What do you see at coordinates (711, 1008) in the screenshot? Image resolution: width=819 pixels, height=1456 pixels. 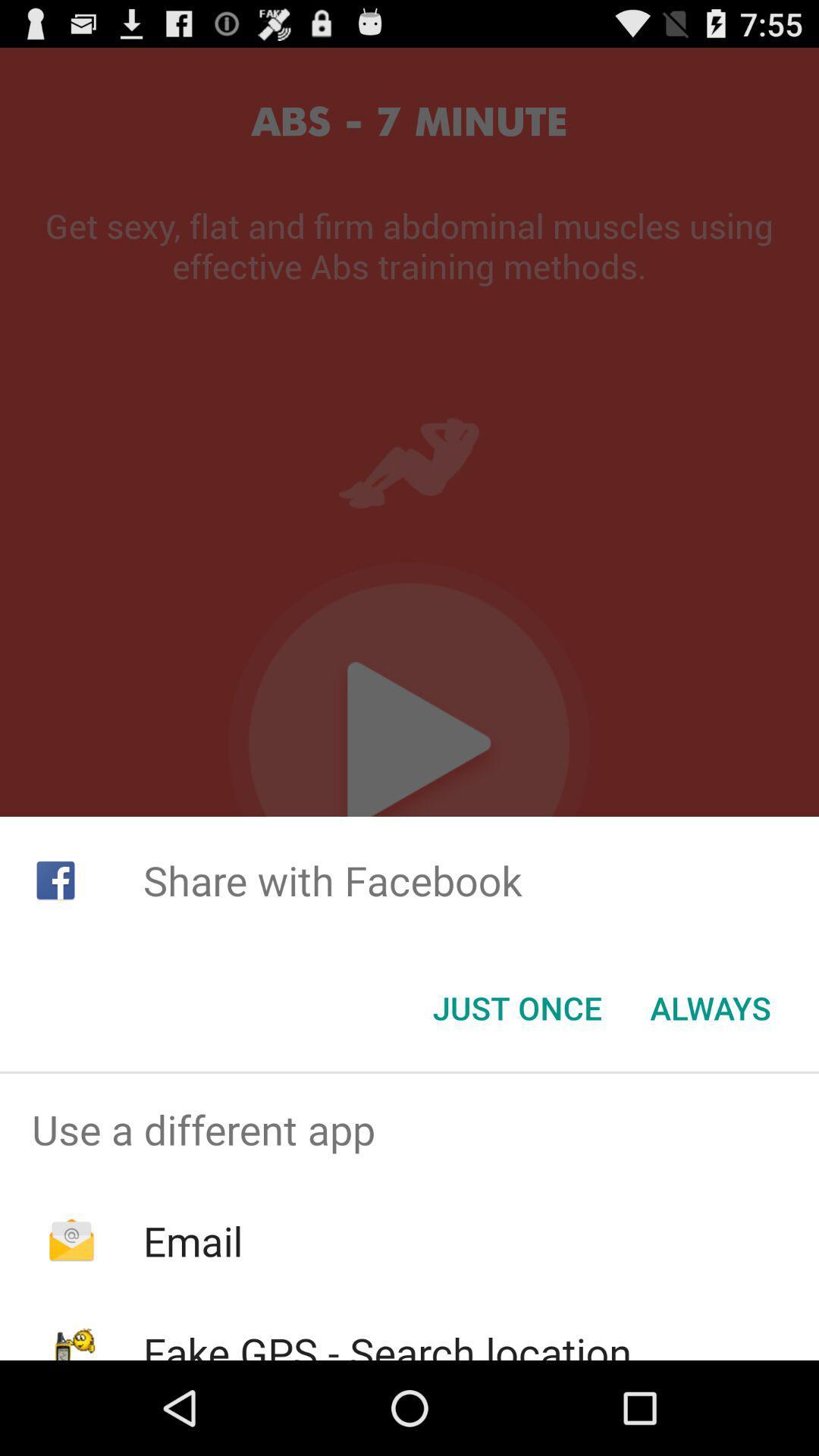 I see `the button to the right of the just once` at bounding box center [711, 1008].